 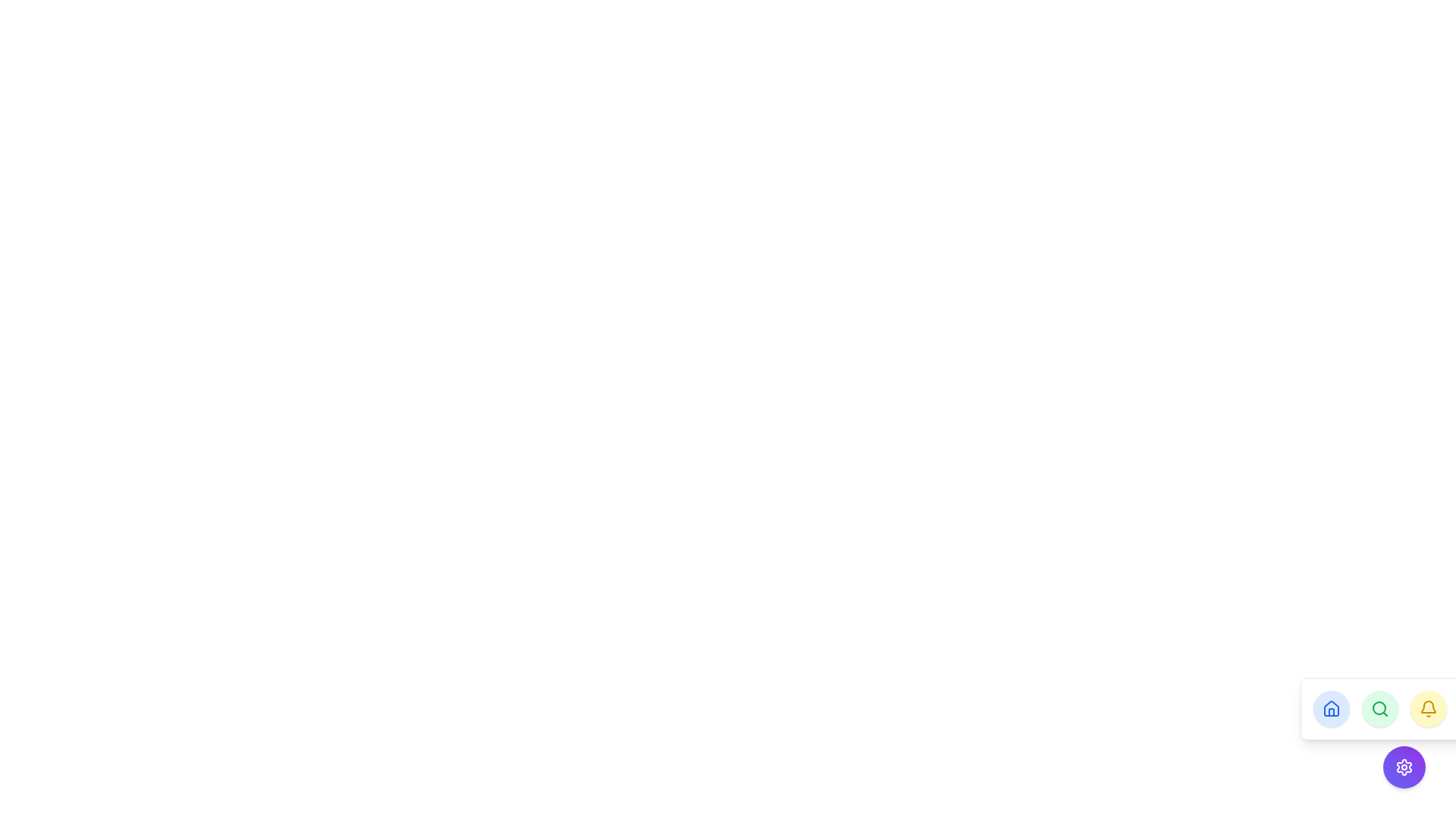 I want to click on the Settings Icon, which is a gear icon styled as an outline, located at the bottom-right corner of the interface, so click(x=1404, y=767).